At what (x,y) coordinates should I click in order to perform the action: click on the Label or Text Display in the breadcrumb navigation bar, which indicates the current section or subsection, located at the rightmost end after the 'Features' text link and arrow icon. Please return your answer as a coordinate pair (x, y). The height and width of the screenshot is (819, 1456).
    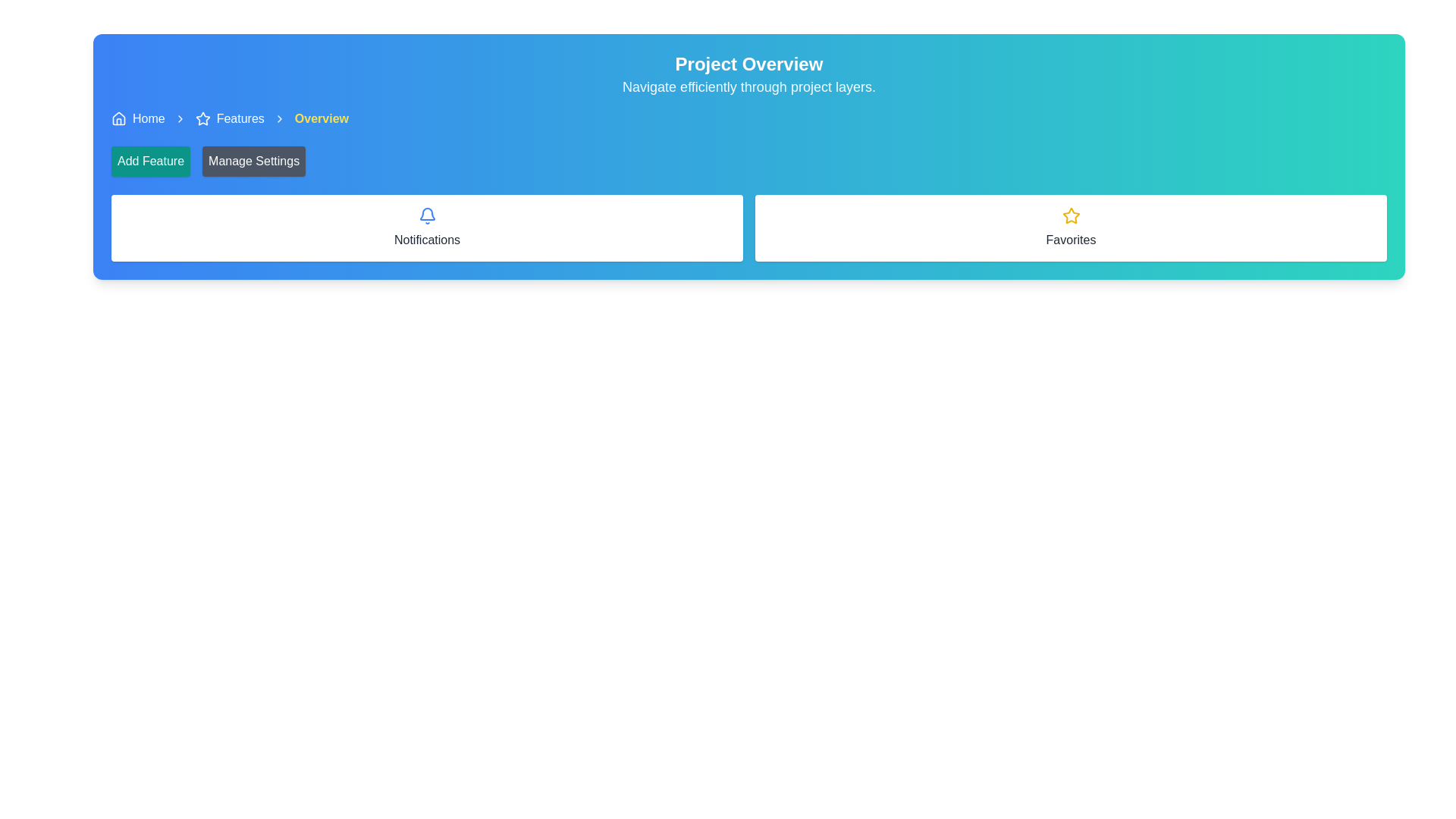
    Looking at the image, I should click on (321, 118).